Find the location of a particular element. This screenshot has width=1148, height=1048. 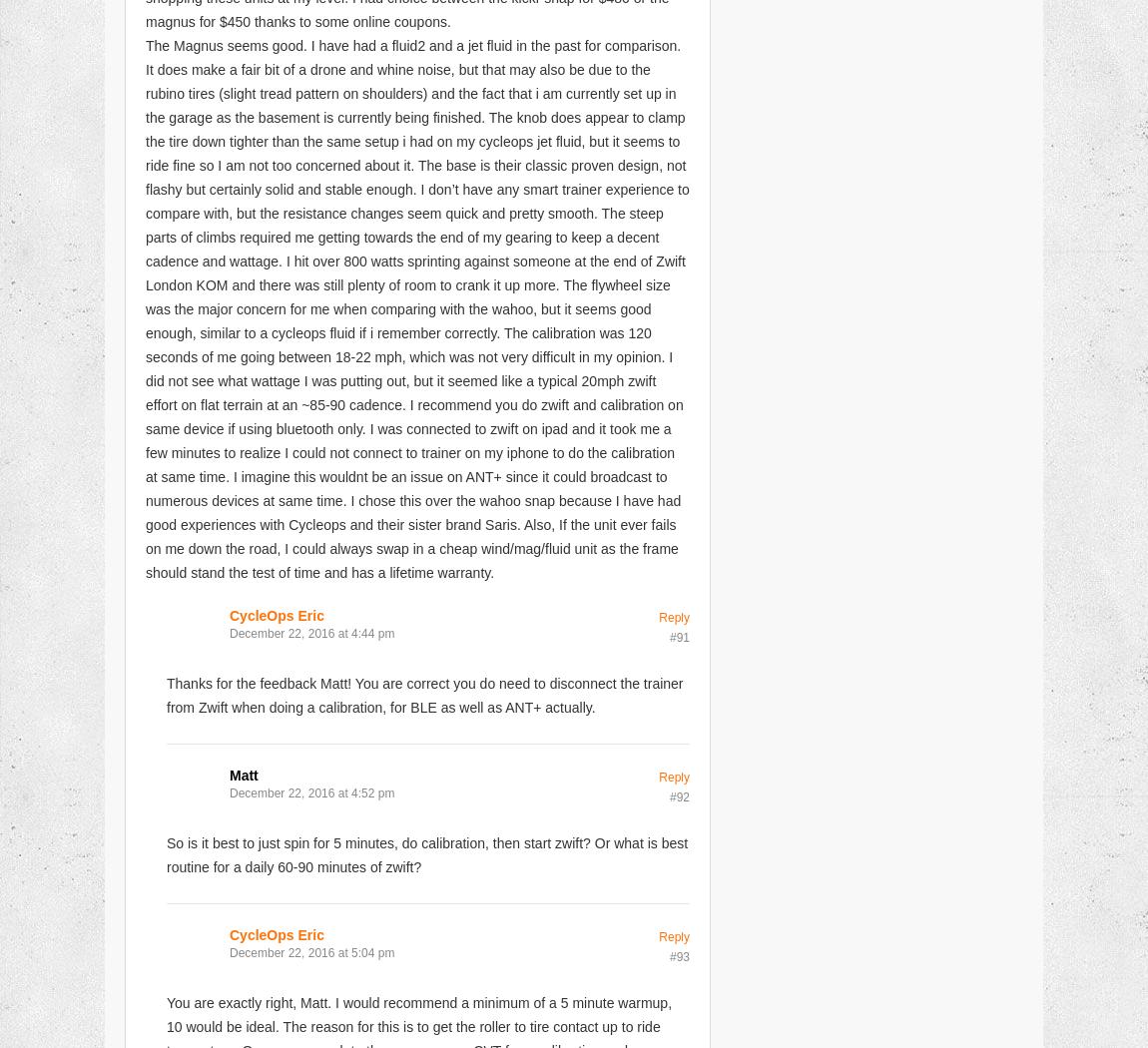

'Matt' is located at coordinates (229, 774).